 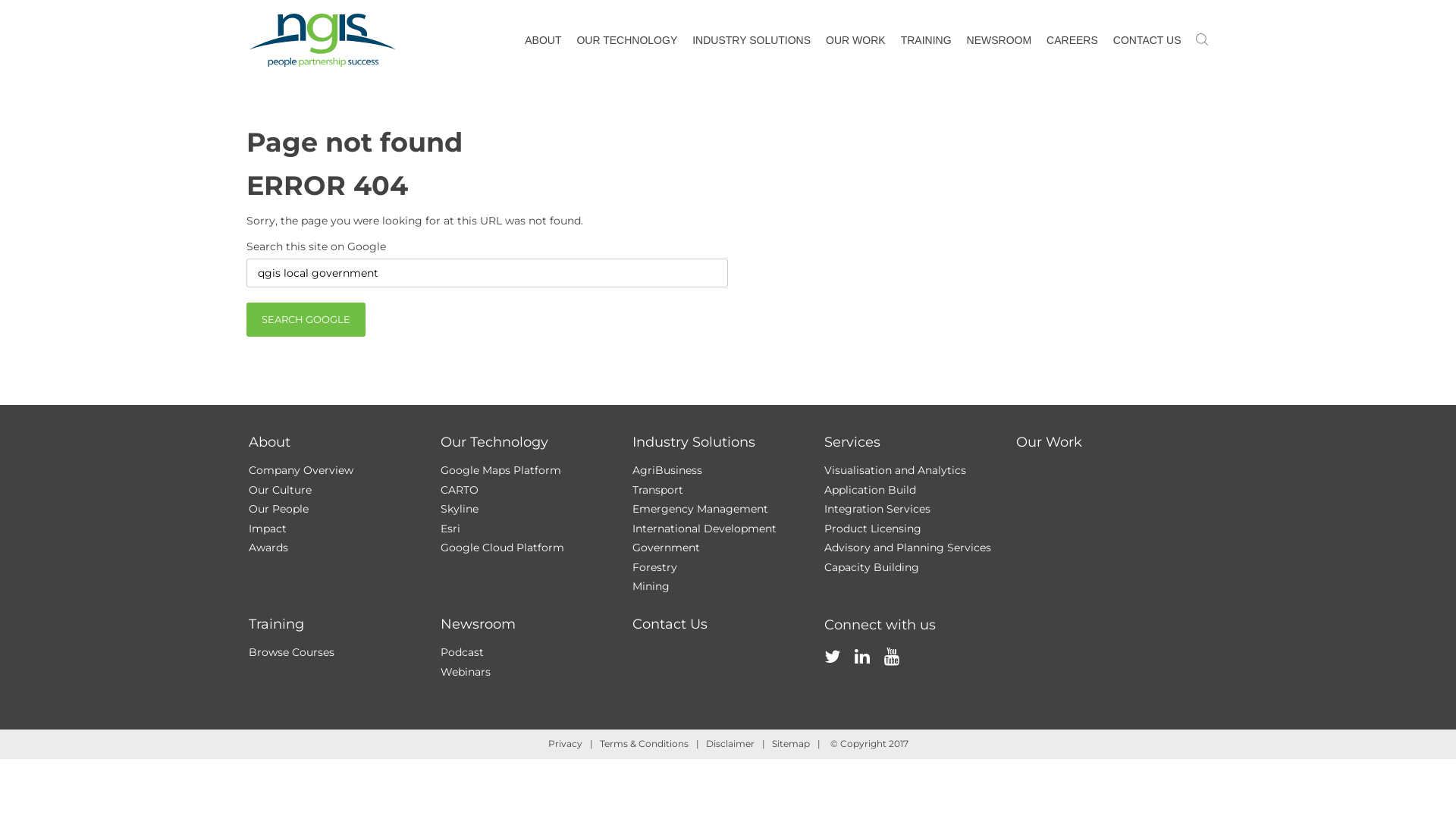 What do you see at coordinates (669, 623) in the screenshot?
I see `'Contact Us'` at bounding box center [669, 623].